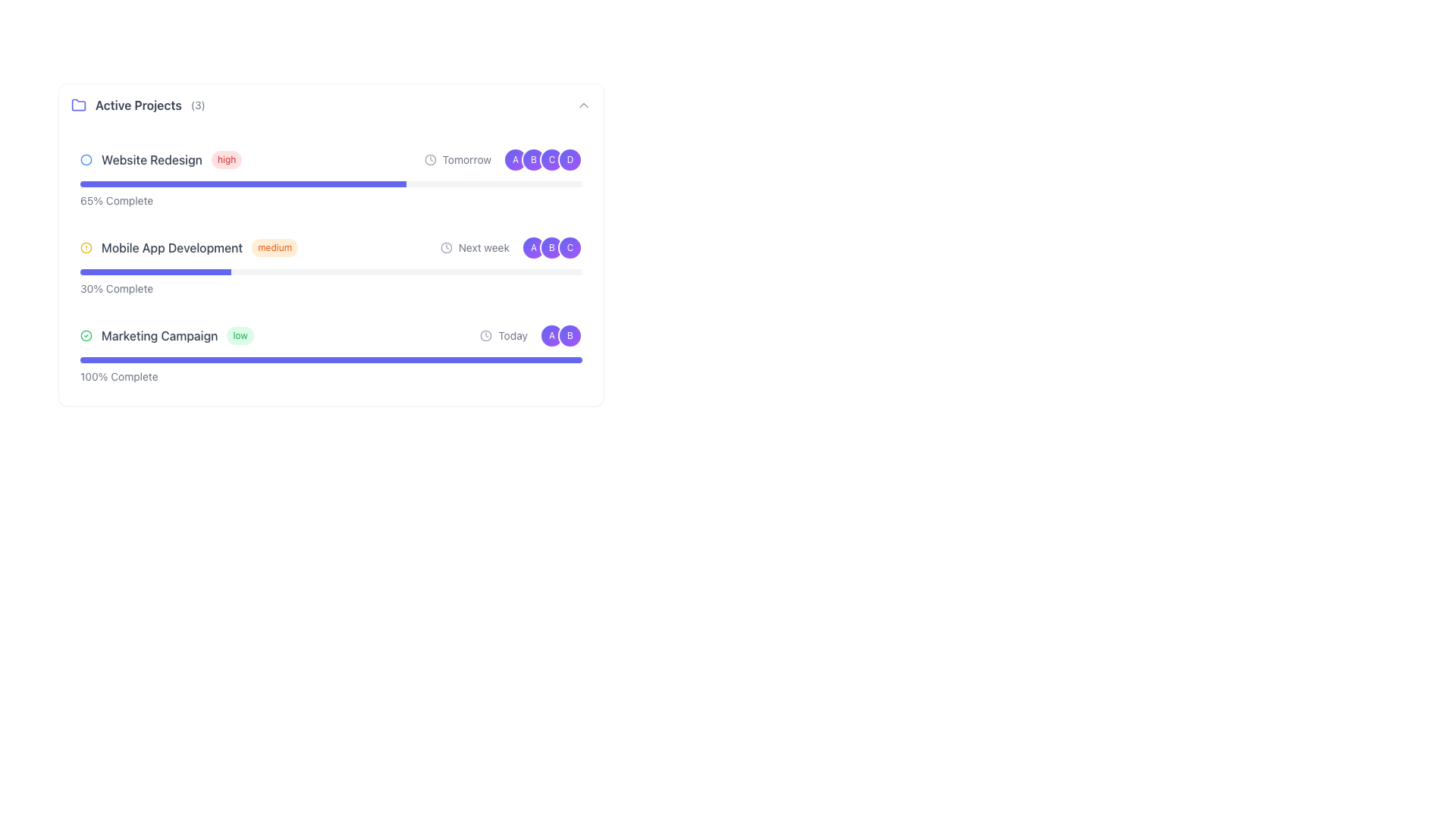  I want to click on the leftmost circular badge icon representing a participant or task in the 'Marketing Campaign' project, located in the 'Active Projects' section, so click(551, 335).